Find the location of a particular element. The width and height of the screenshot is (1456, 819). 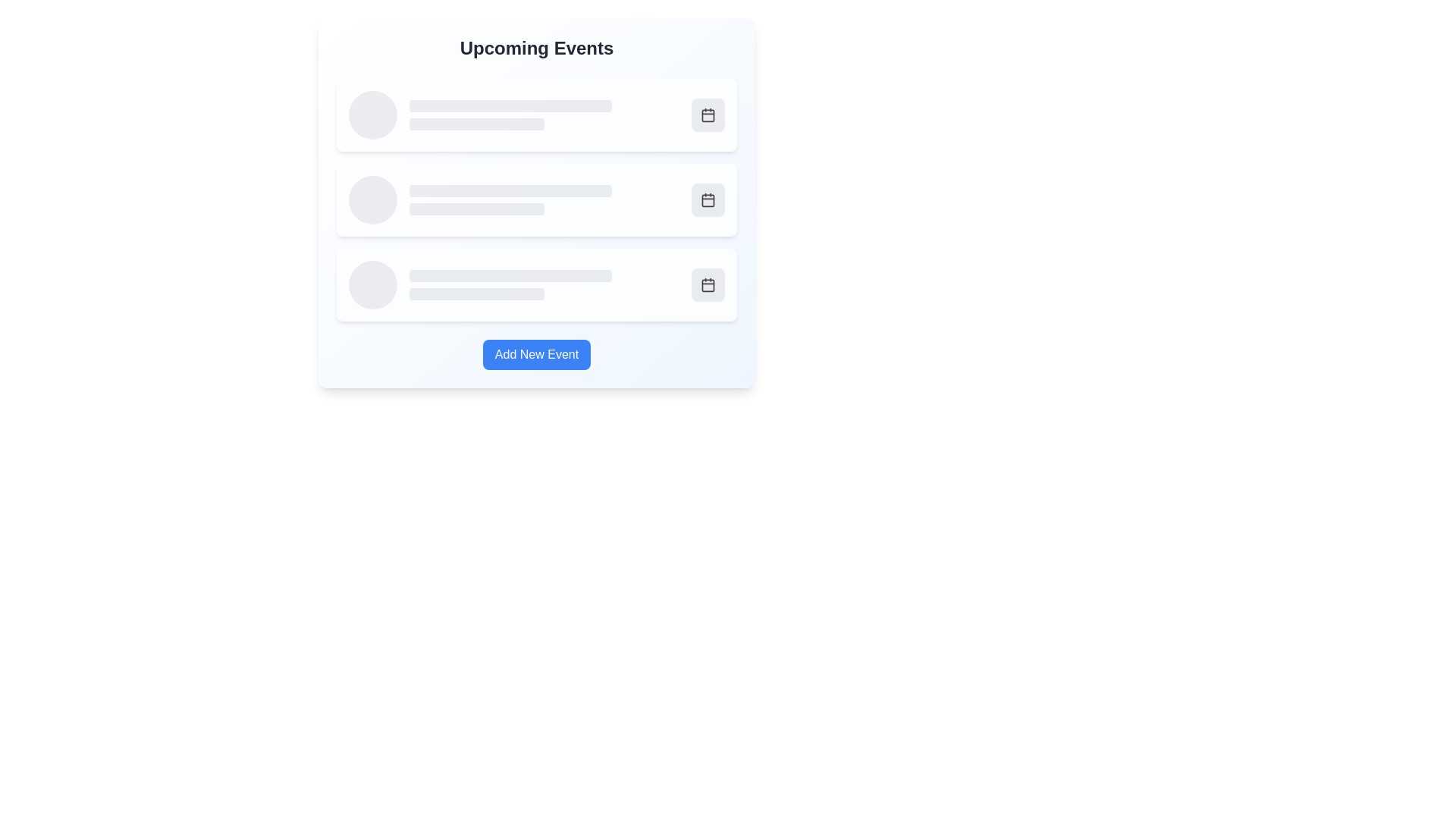

the button located at the bottom center of the event card is located at coordinates (537, 354).